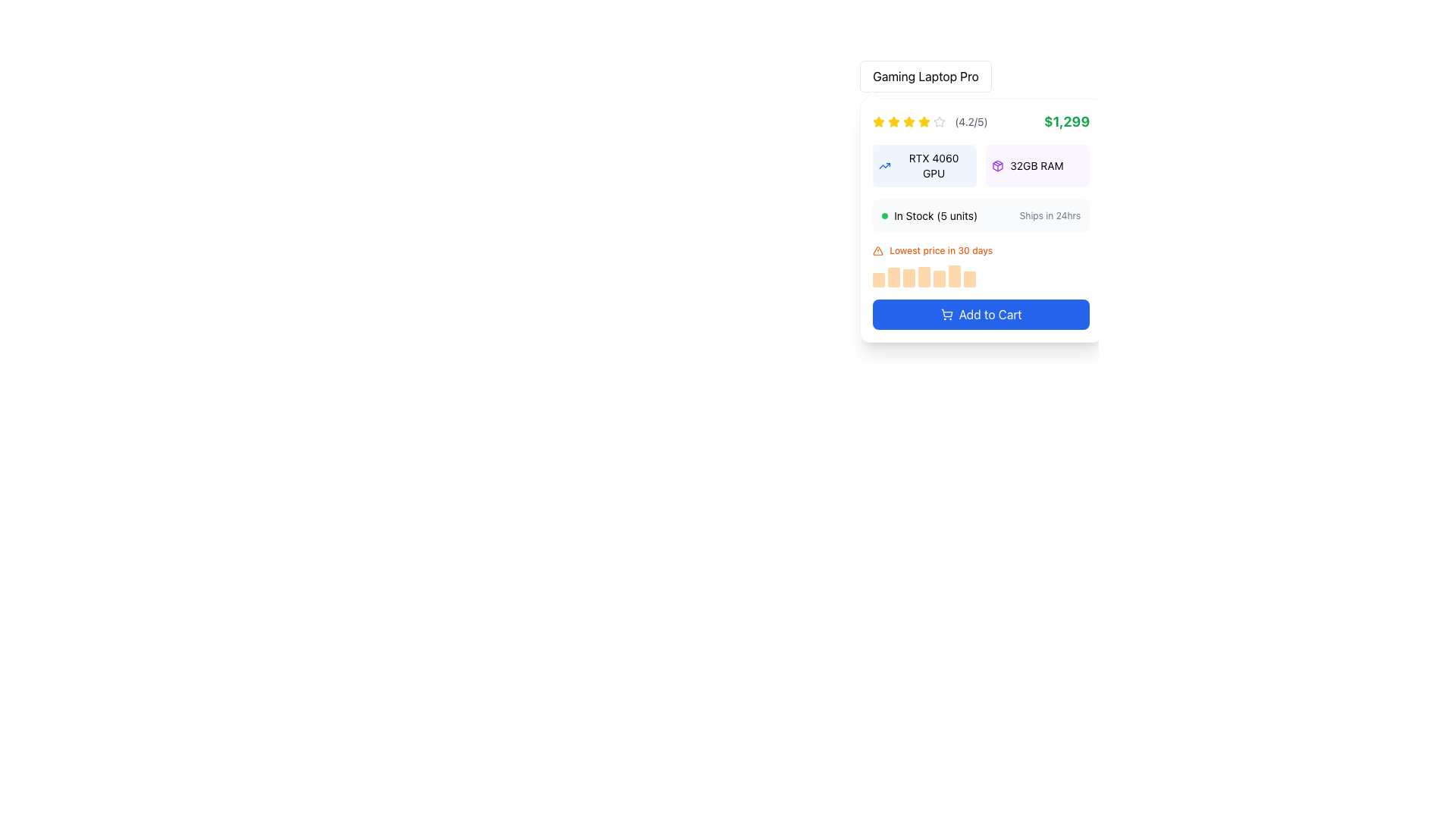 Image resolution: width=1456 pixels, height=819 pixels. What do you see at coordinates (939, 121) in the screenshot?
I see `the sixth star icon representing an unselected state in the rating mechanism located near the top left of the product card` at bounding box center [939, 121].